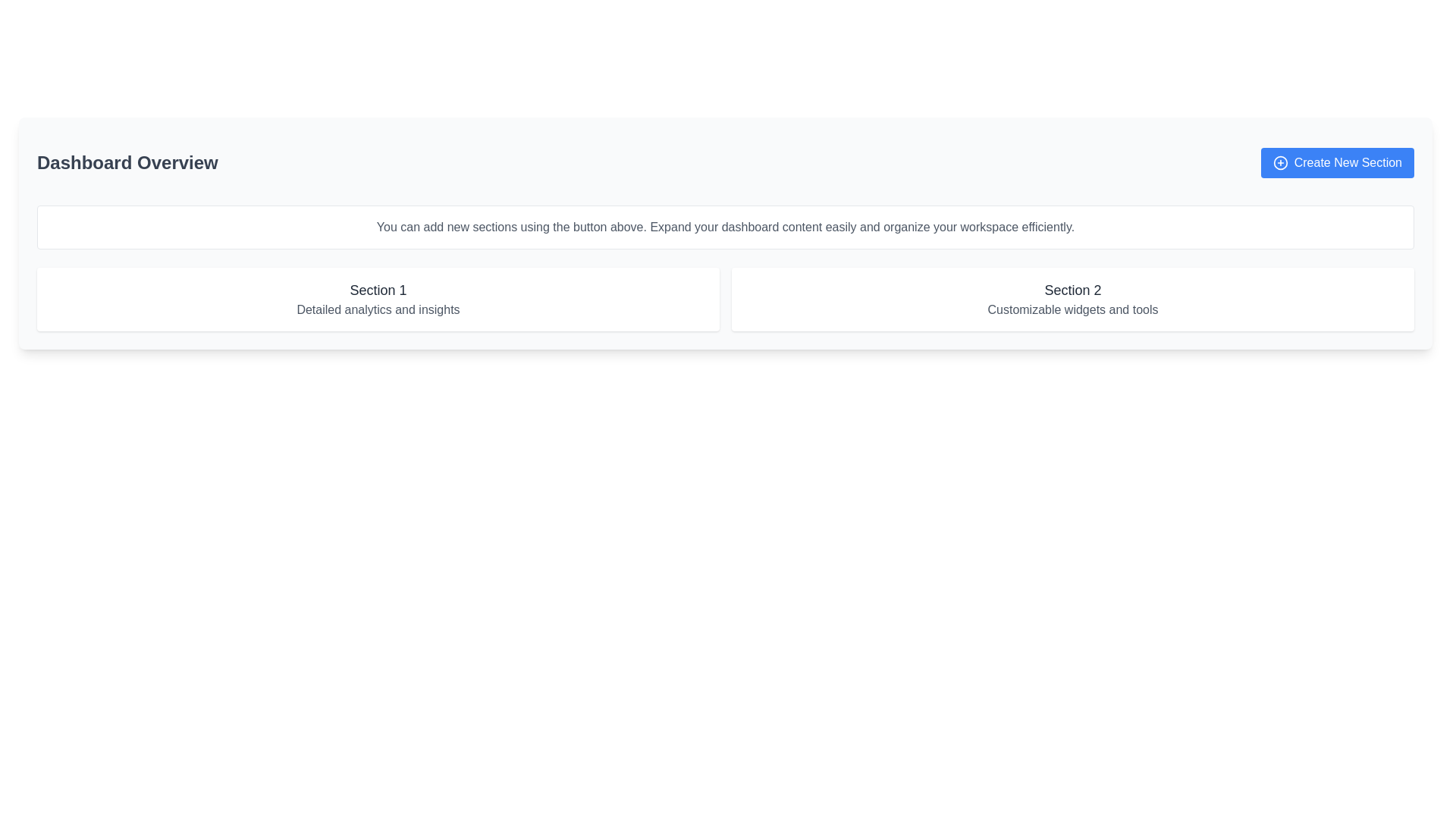 The width and height of the screenshot is (1456, 819). Describe the element at coordinates (378, 290) in the screenshot. I see `the text of the Heading element located in the leftmost section of a horizontally-aligned layout, which serves as the title or label for the section` at that location.